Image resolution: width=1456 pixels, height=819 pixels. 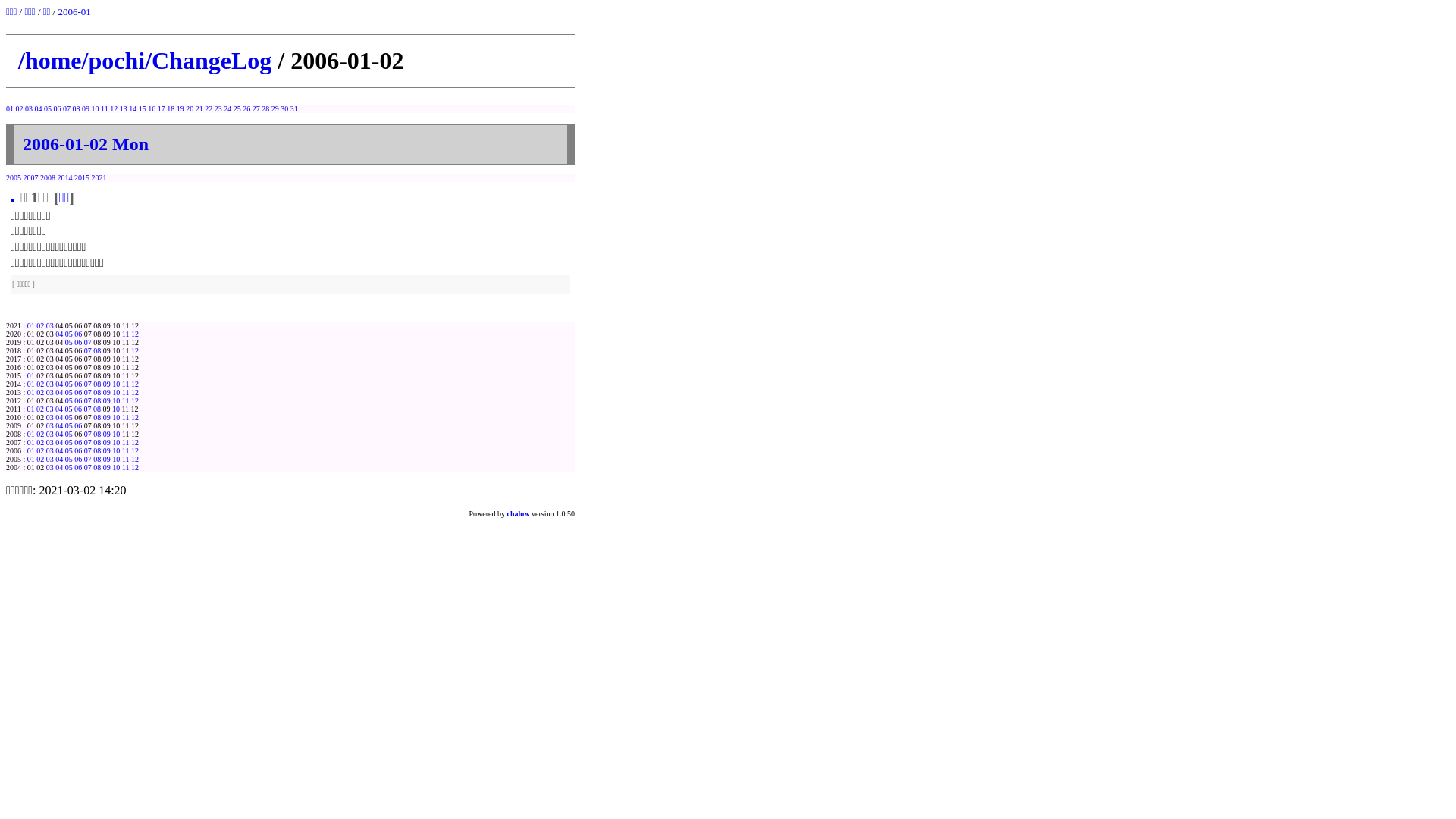 I want to click on '09', so click(x=102, y=383).